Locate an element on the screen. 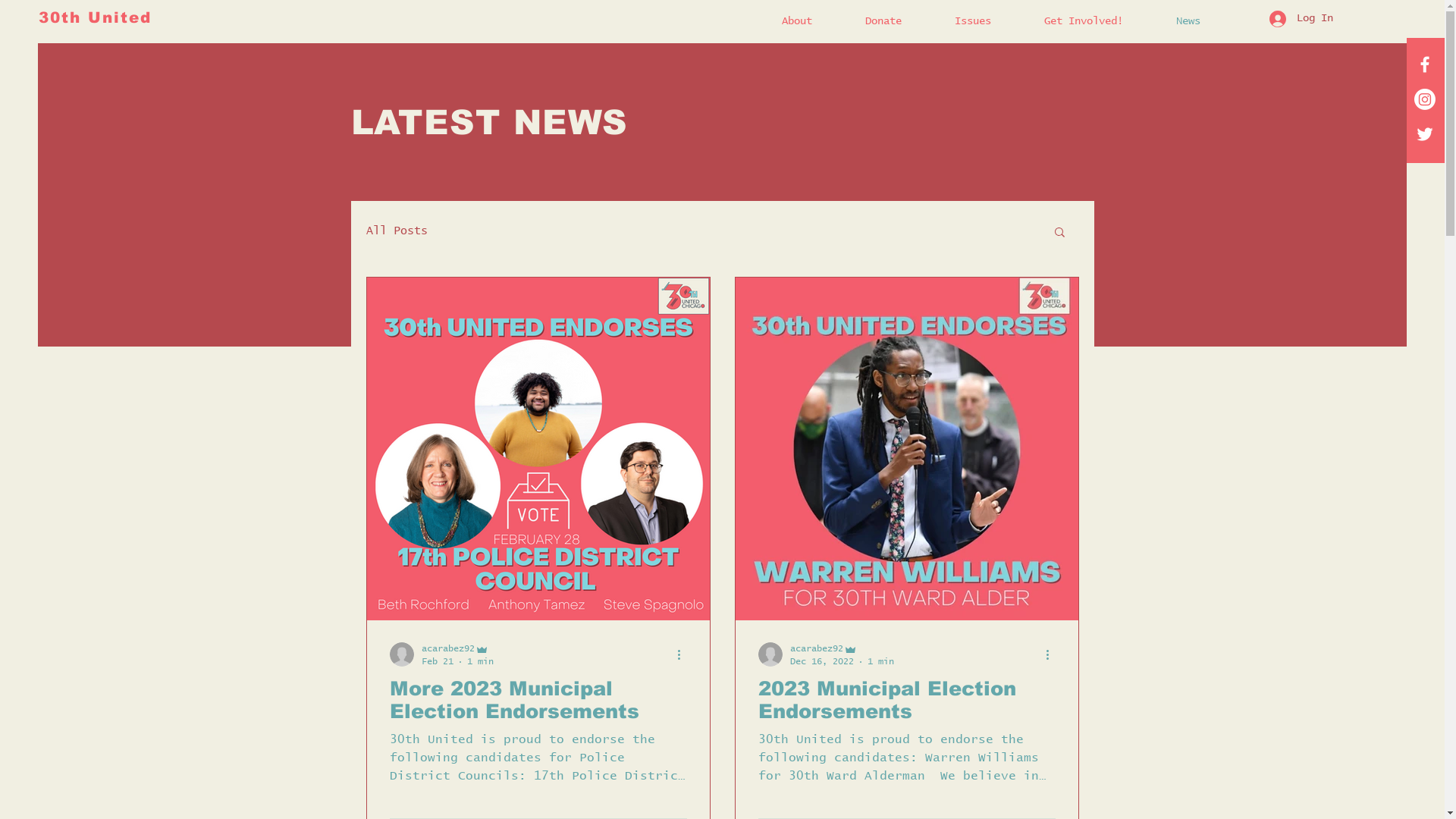 This screenshot has height=819, width=1456. '2023 Municipal Election Endorsements' is located at coordinates (906, 699).